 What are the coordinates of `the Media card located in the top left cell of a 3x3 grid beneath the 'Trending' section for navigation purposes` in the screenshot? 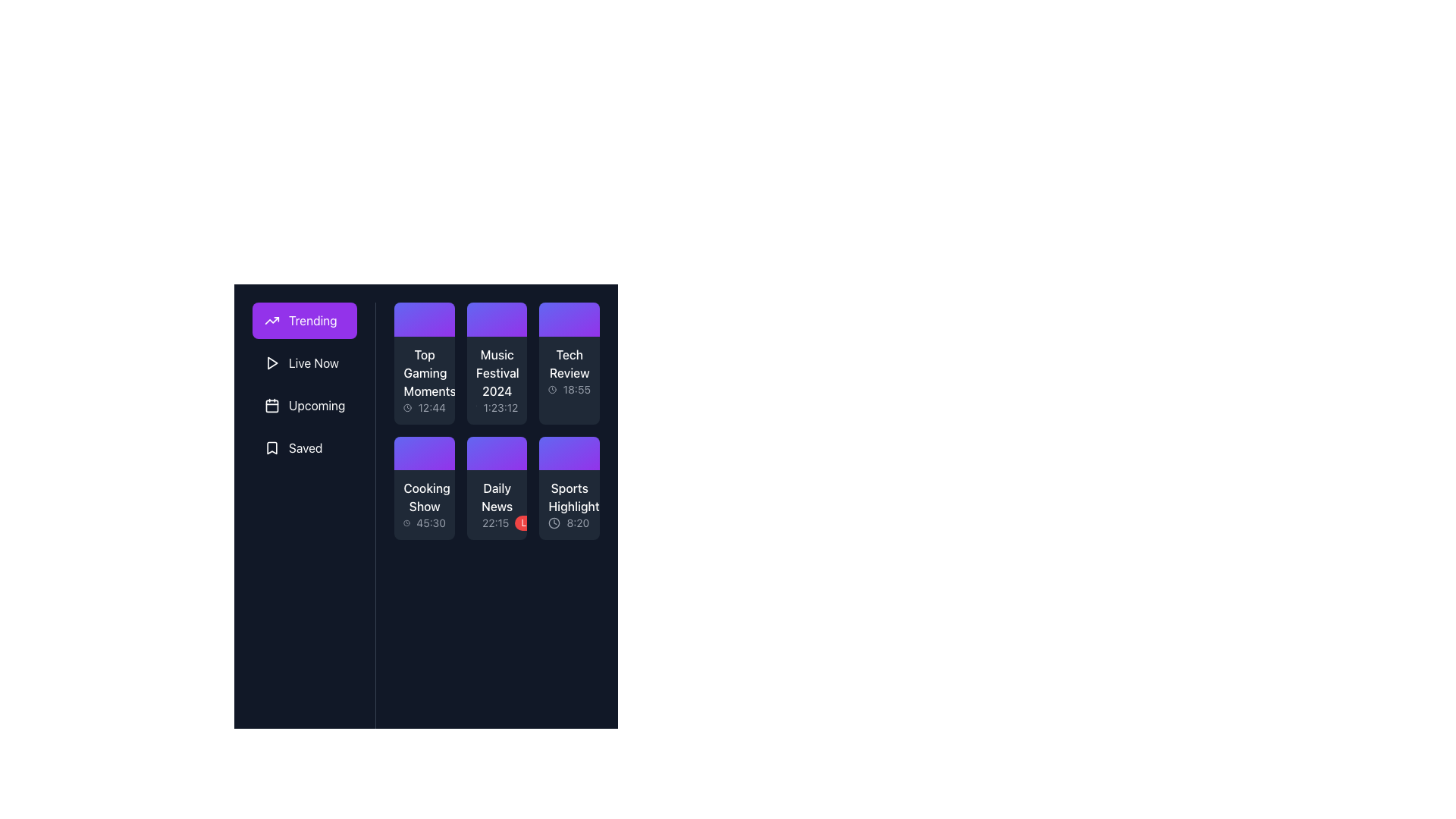 It's located at (425, 363).